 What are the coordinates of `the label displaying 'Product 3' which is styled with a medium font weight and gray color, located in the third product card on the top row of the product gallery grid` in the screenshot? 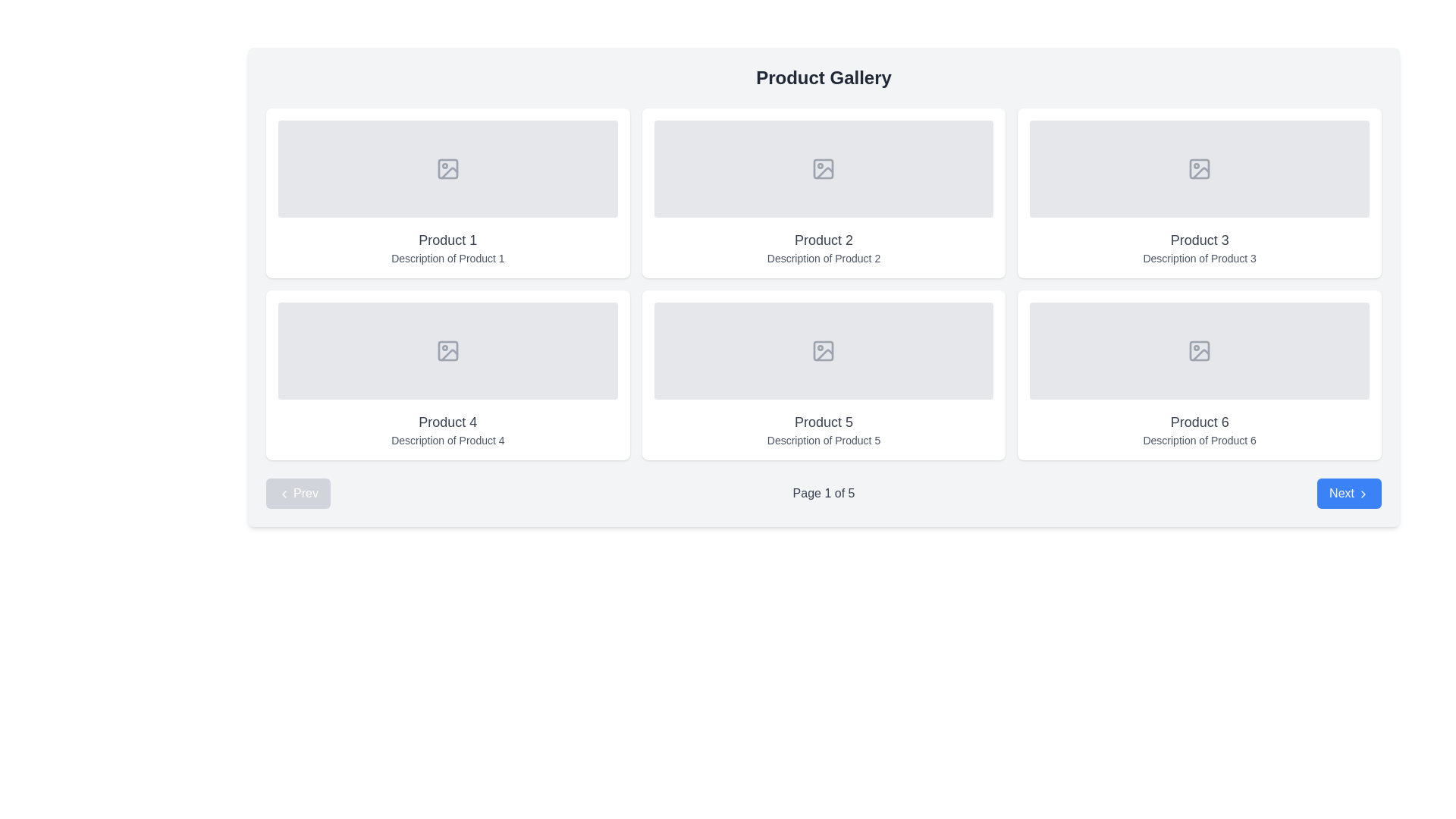 It's located at (1199, 239).